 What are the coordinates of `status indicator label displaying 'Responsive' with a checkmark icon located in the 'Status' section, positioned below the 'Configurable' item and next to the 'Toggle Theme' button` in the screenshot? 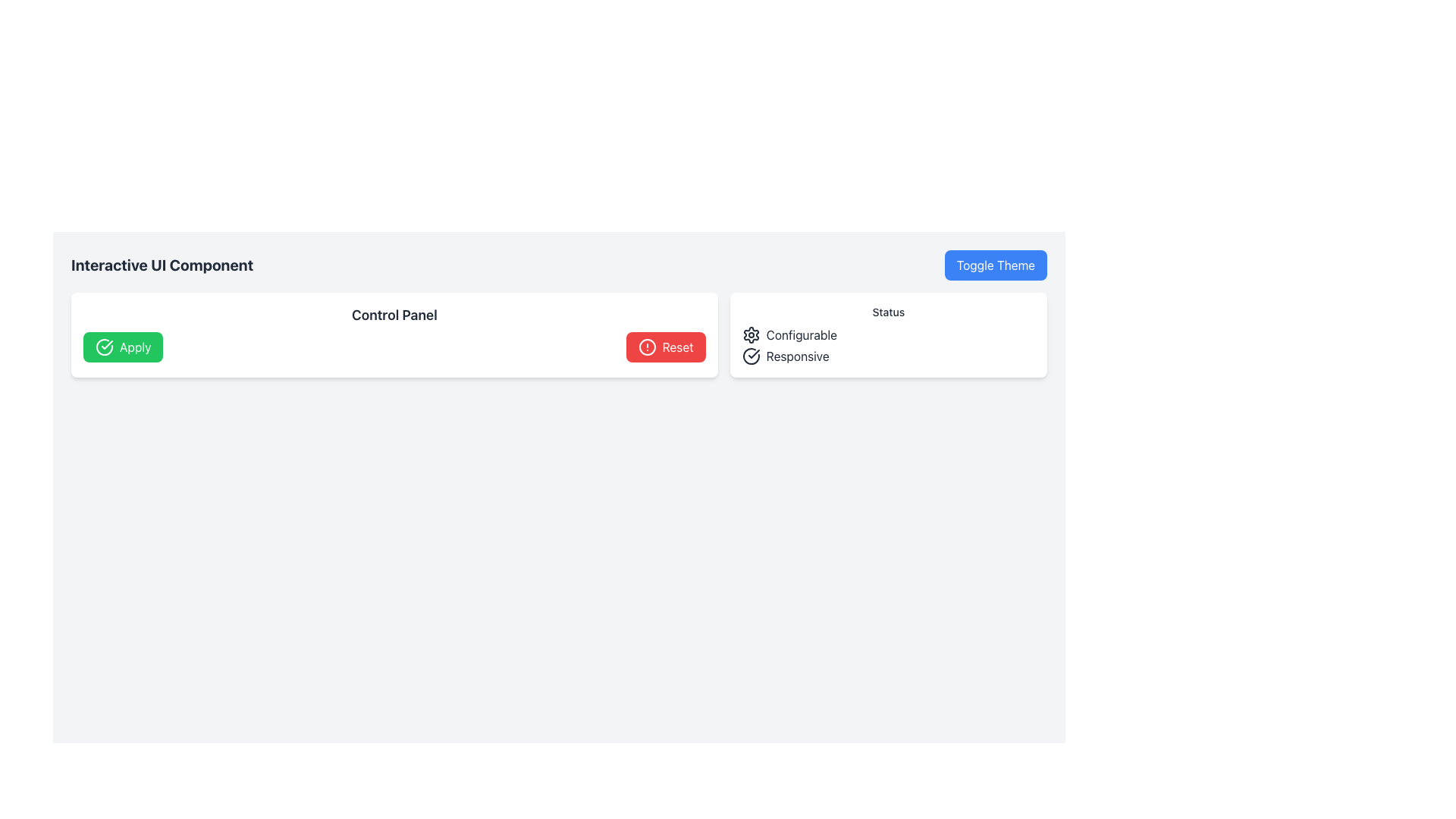 It's located at (888, 356).